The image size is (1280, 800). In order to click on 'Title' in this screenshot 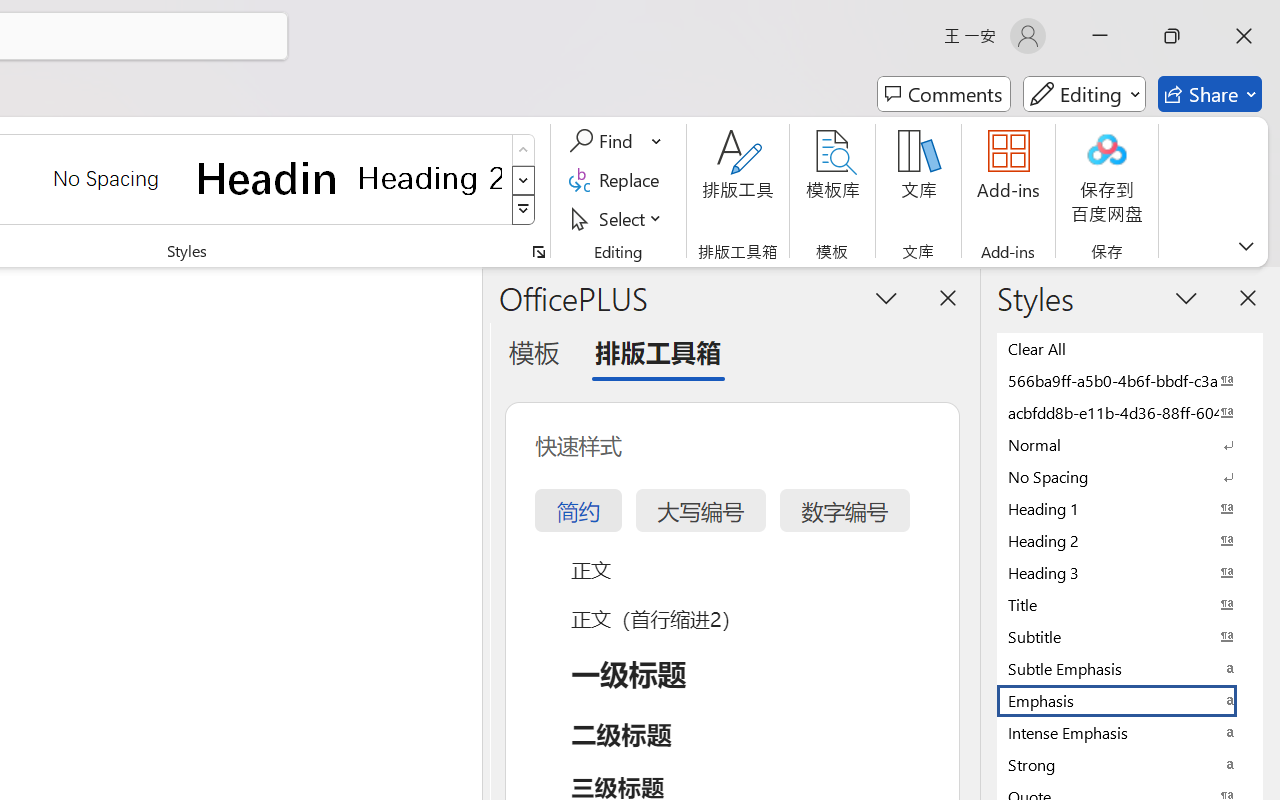, I will do `click(1130, 604)`.